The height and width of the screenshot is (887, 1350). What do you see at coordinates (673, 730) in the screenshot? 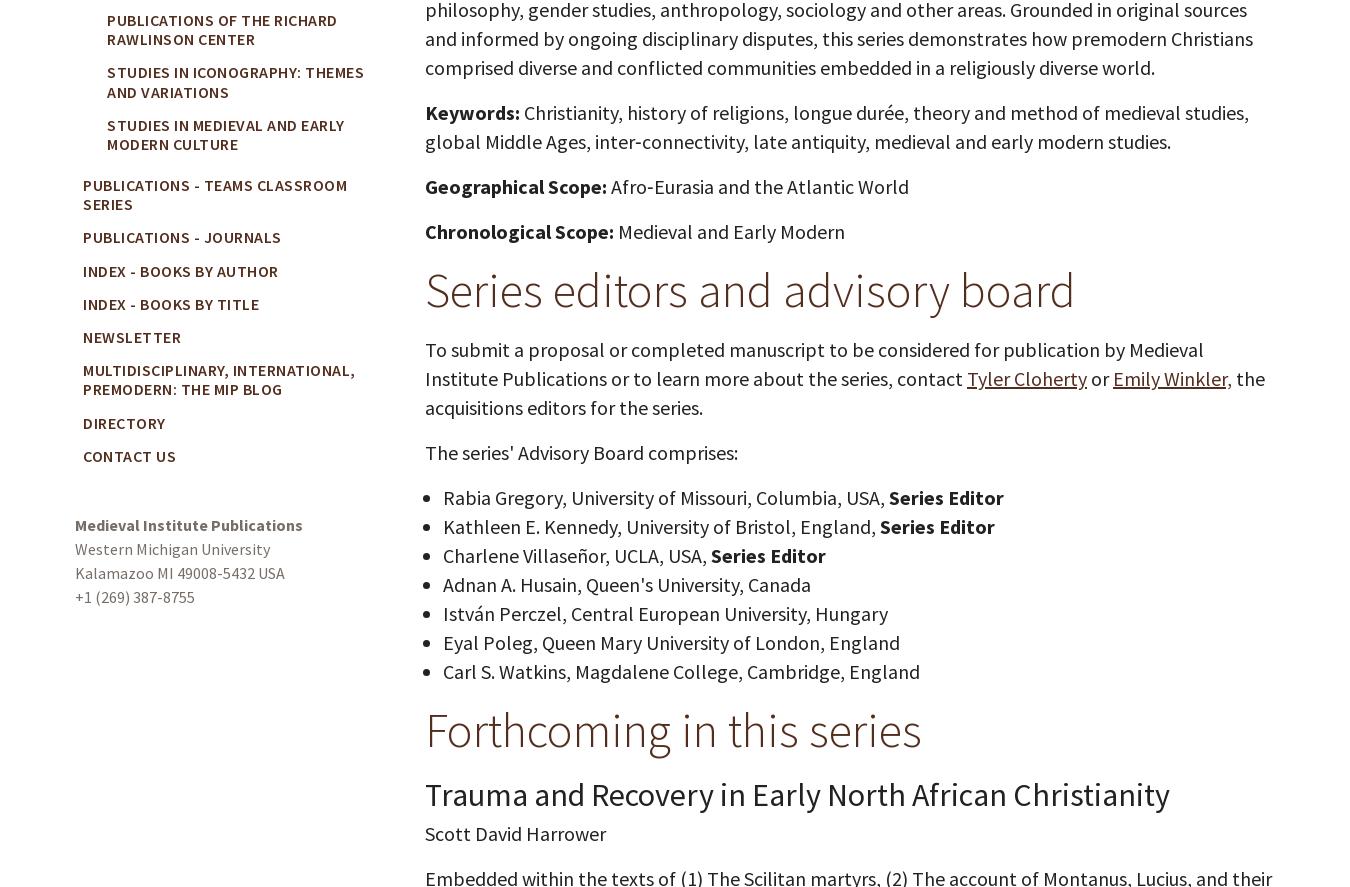
I see `'Forthcoming in this series'` at bounding box center [673, 730].